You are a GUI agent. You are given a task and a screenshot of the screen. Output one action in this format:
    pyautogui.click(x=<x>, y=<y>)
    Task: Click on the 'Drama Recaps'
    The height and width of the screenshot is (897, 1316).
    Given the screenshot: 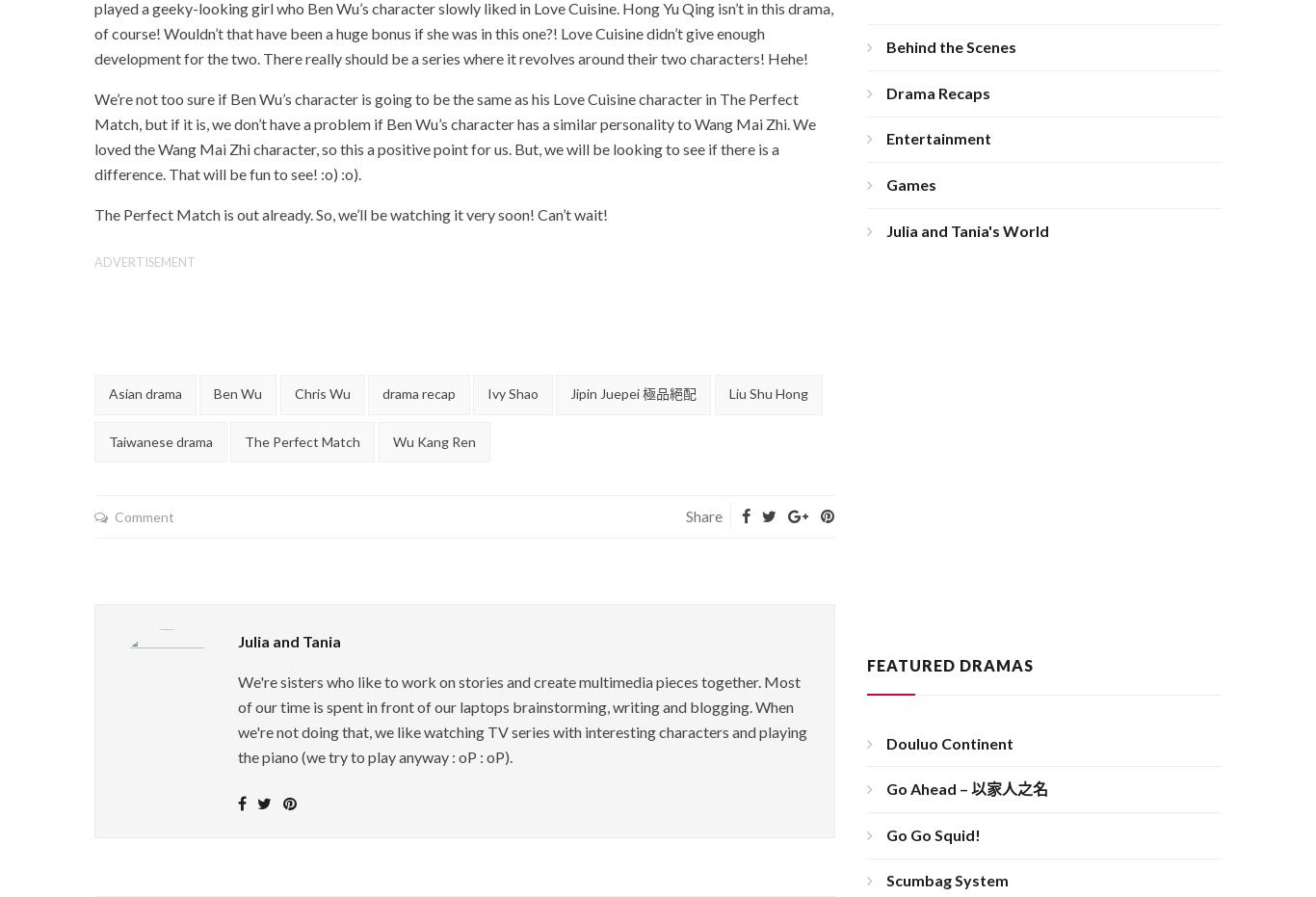 What is the action you would take?
    pyautogui.click(x=886, y=92)
    